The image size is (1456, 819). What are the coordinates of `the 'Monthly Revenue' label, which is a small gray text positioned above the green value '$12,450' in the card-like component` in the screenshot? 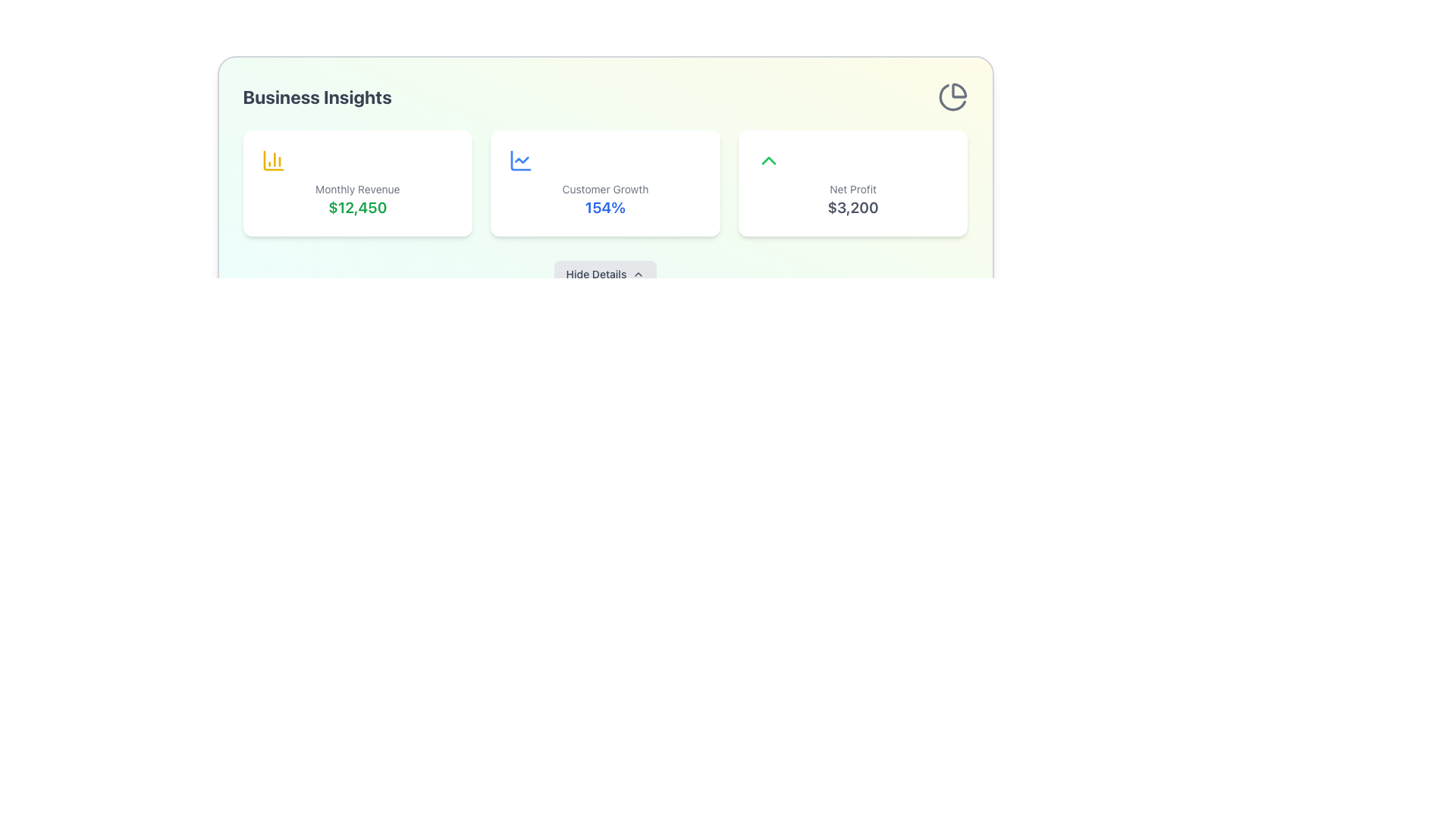 It's located at (356, 189).